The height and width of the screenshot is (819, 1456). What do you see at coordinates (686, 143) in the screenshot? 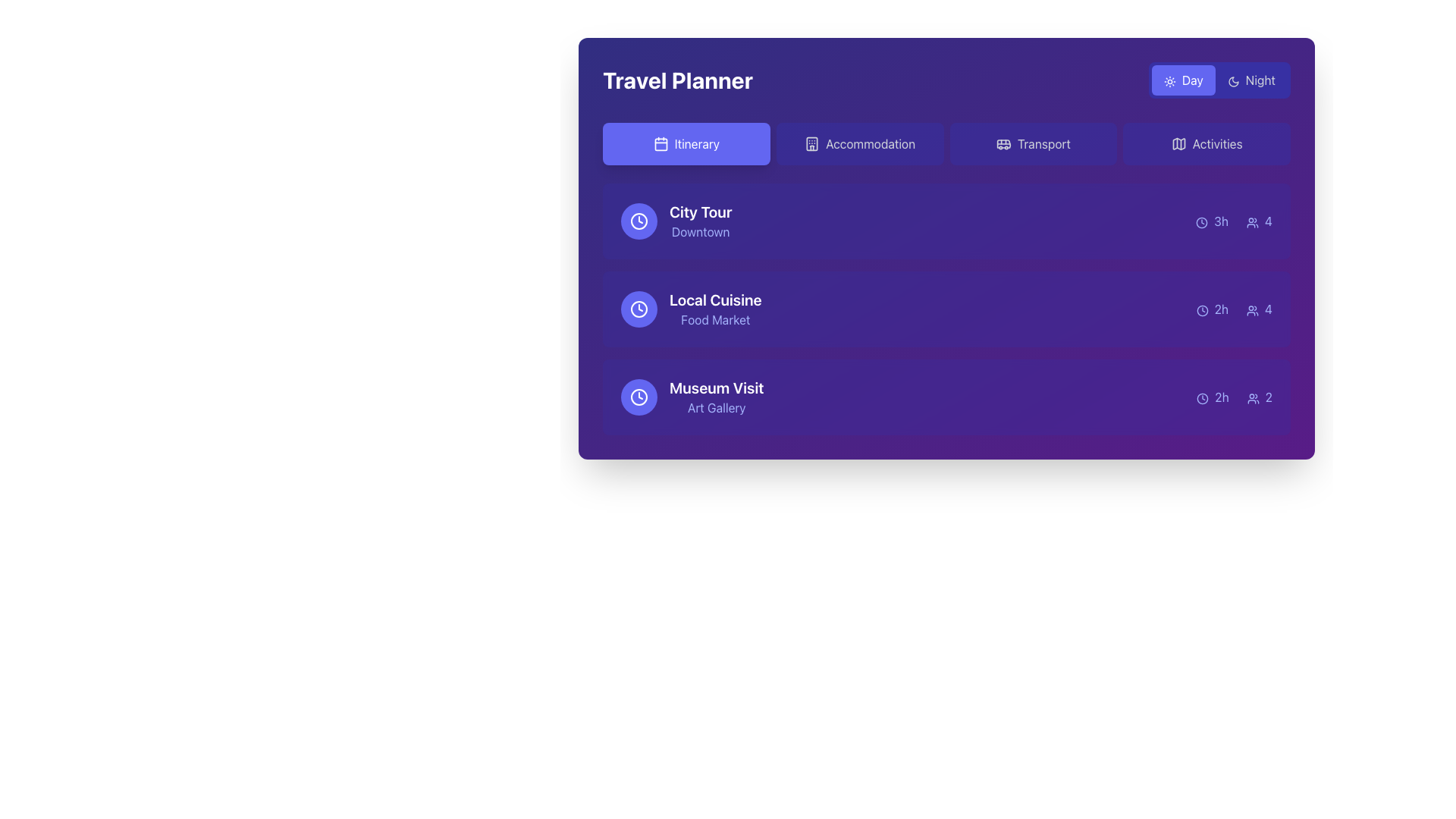
I see `the 'Itinerary' button, which is a rectangular button with rounded corners, featuring a white calendar icon and bold white text, using a touch gesture` at bounding box center [686, 143].